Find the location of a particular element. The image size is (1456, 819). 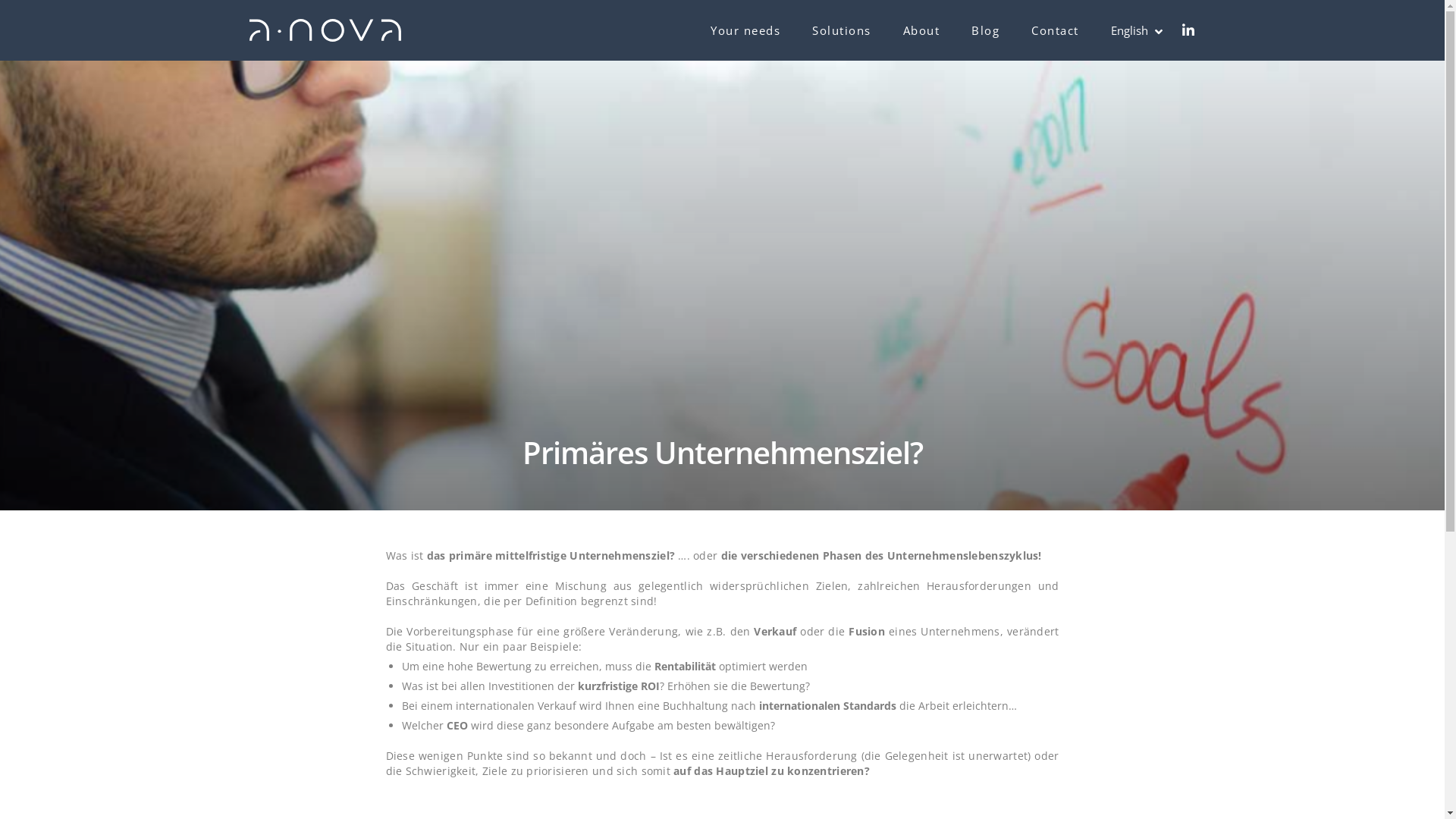

'Home' is located at coordinates (507, 521).